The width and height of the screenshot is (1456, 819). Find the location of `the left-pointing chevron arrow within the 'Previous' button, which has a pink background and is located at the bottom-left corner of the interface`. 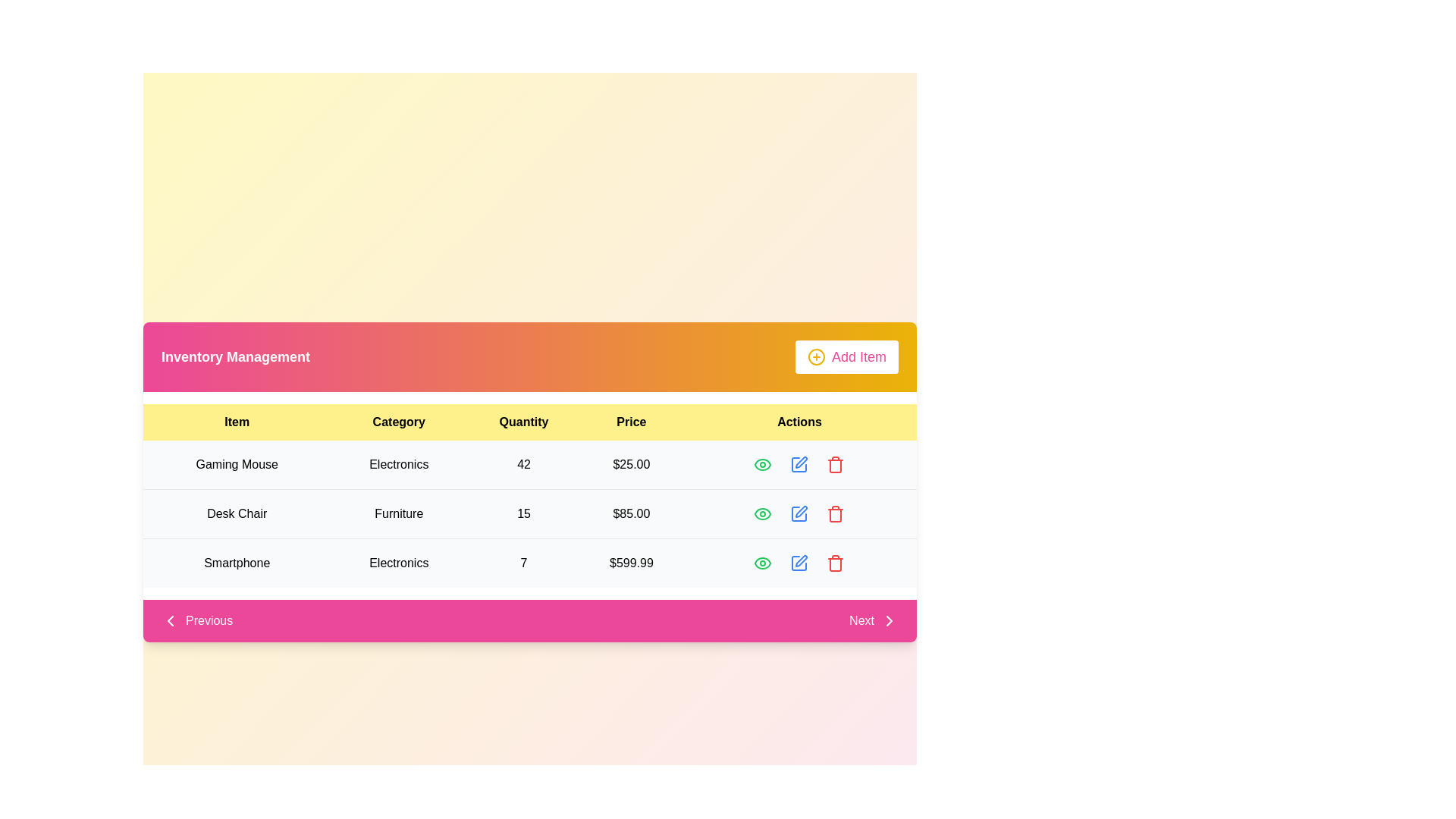

the left-pointing chevron arrow within the 'Previous' button, which has a pink background and is located at the bottom-left corner of the interface is located at coordinates (171, 620).